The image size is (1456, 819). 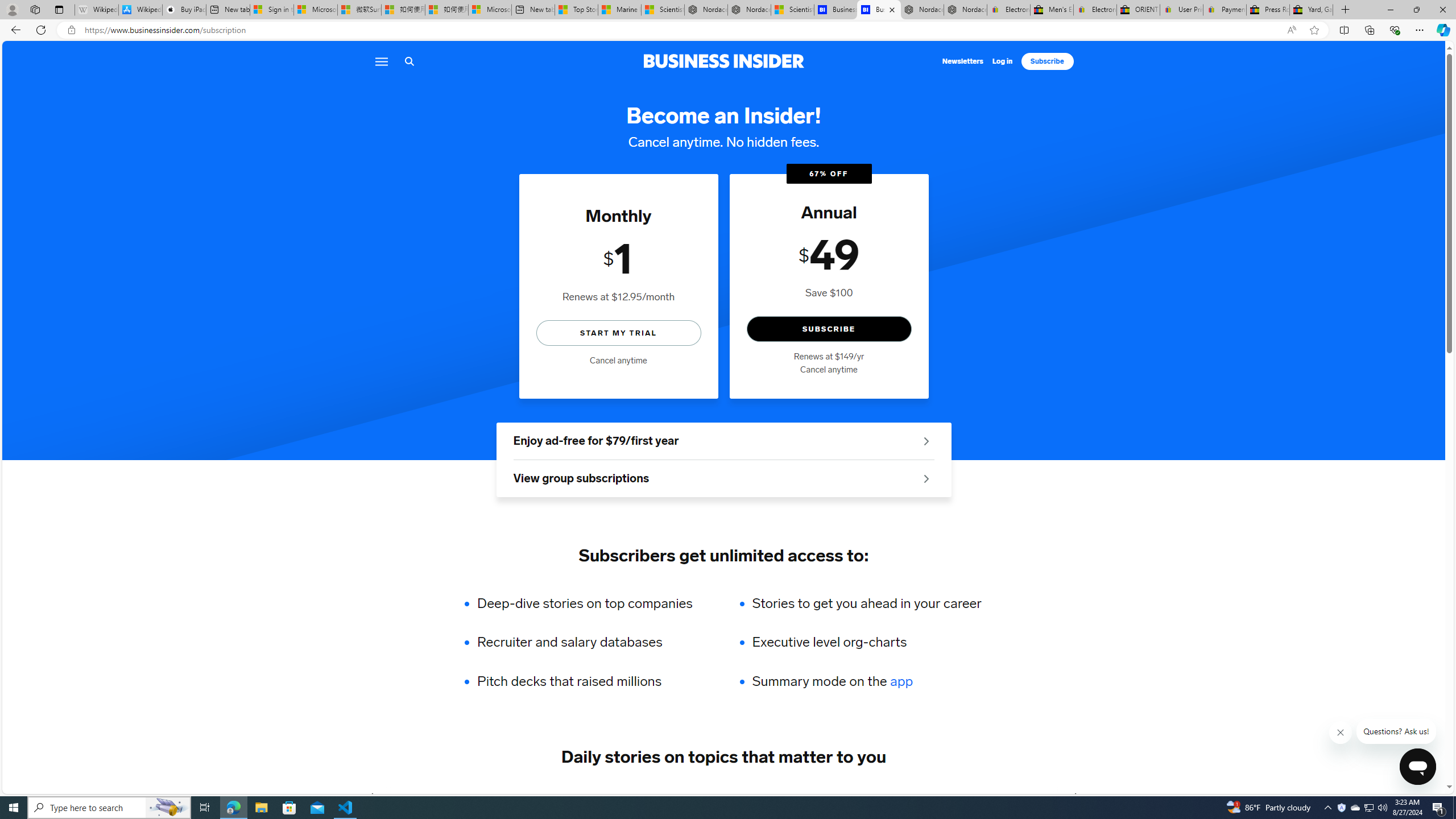 What do you see at coordinates (619, 332) in the screenshot?
I see `'START MY TRIAL'` at bounding box center [619, 332].